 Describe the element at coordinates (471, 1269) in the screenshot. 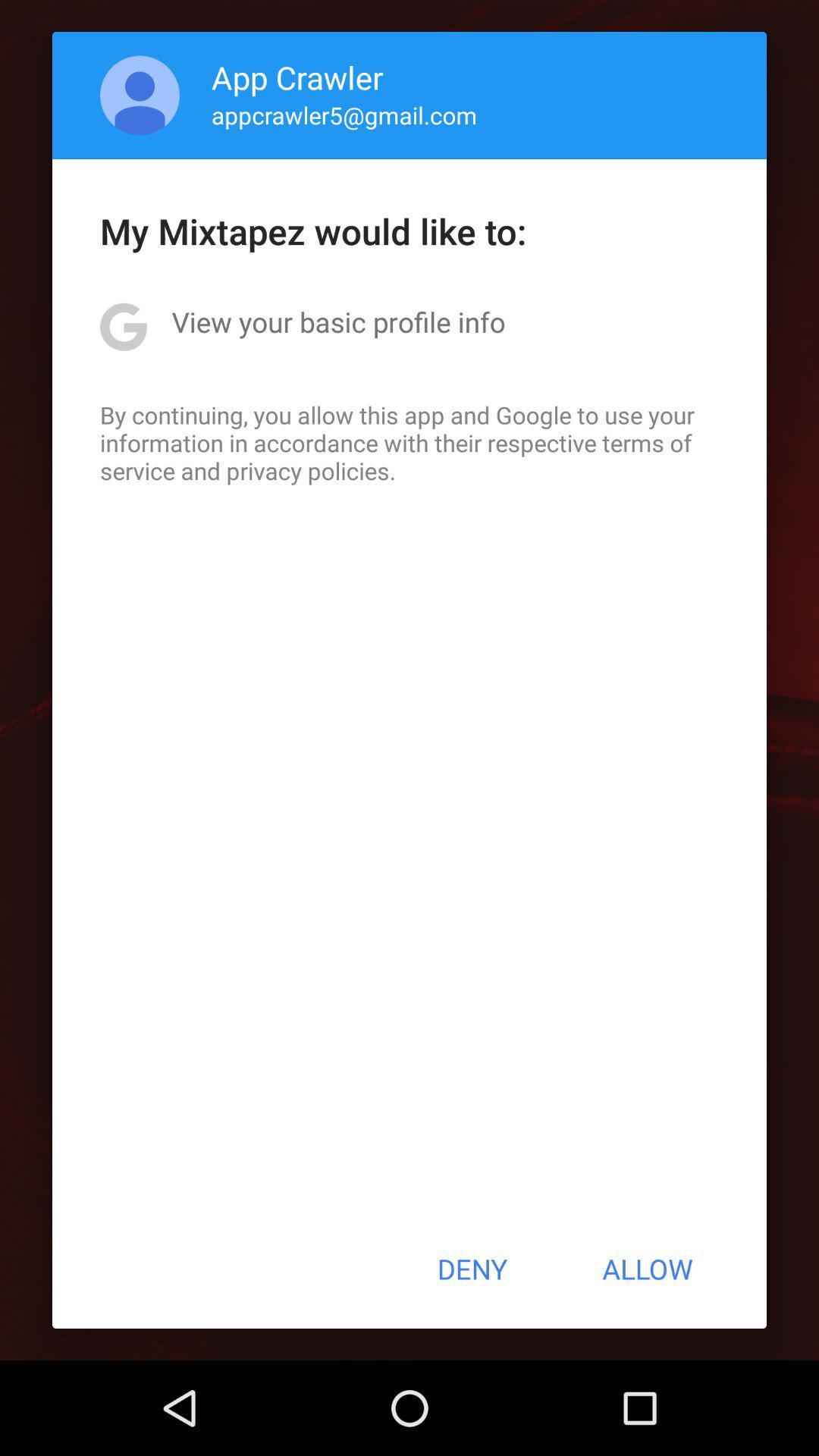

I see `icon to the left of the allow icon` at that location.